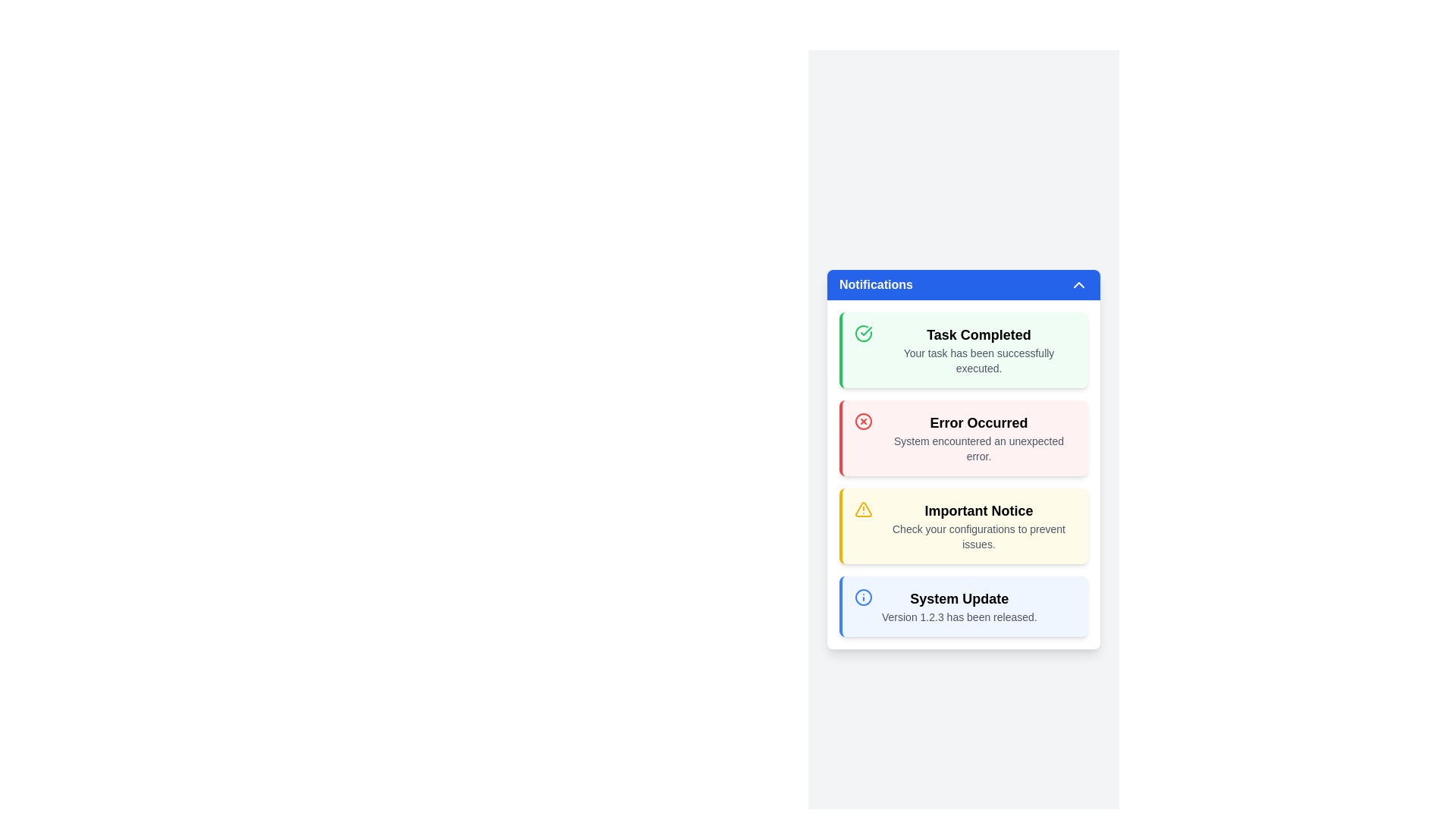  What do you see at coordinates (959, 617) in the screenshot?
I see `text displaying the message 'Version 1.2.3 has been released.' located in the notification card labeled 'System Update.'` at bounding box center [959, 617].